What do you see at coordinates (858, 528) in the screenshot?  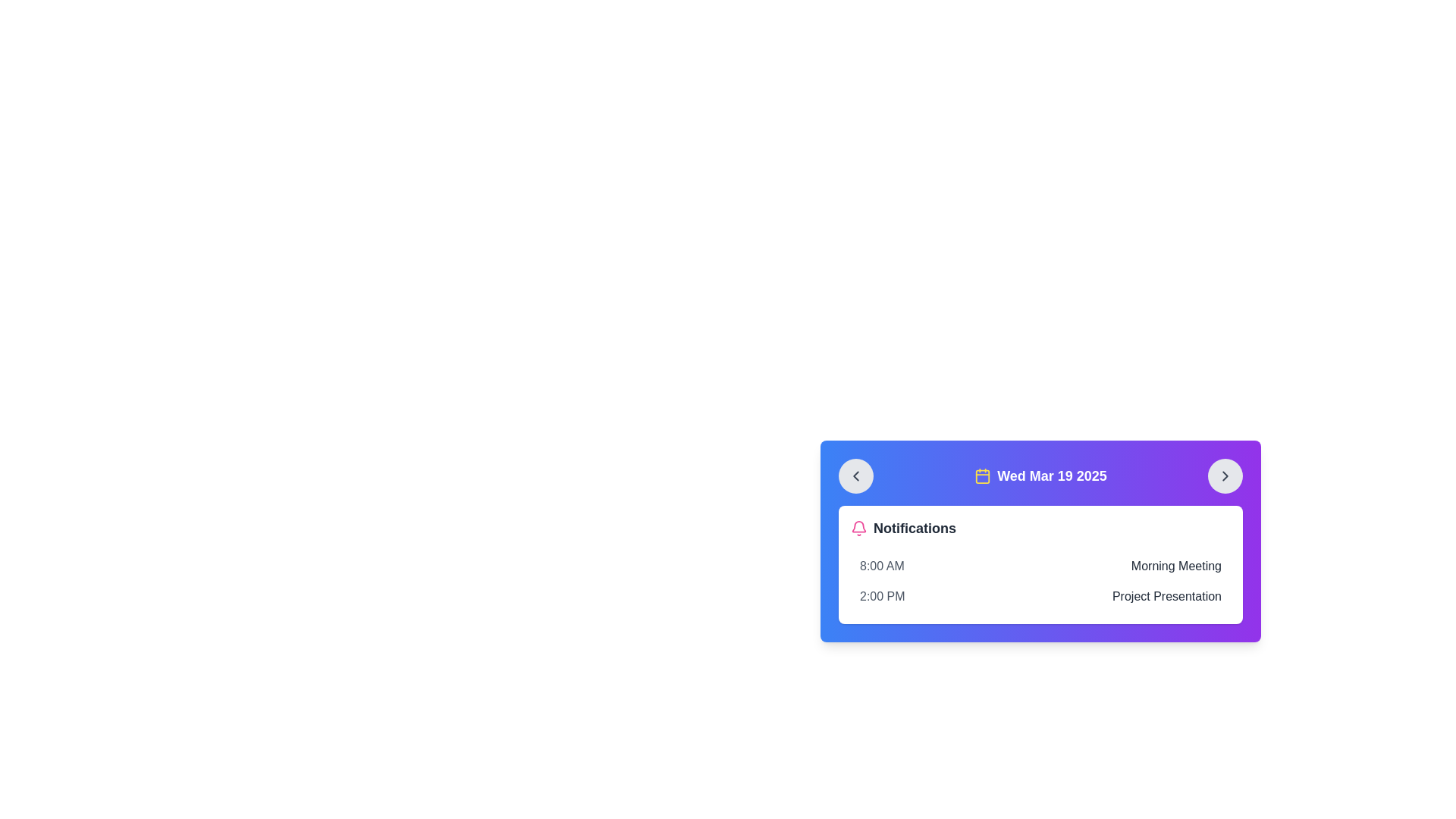 I see `the pink bell-shaped icon located to the left of the 'Notifications' text within the blue and purple gradient box in the lower right part of the interface` at bounding box center [858, 528].